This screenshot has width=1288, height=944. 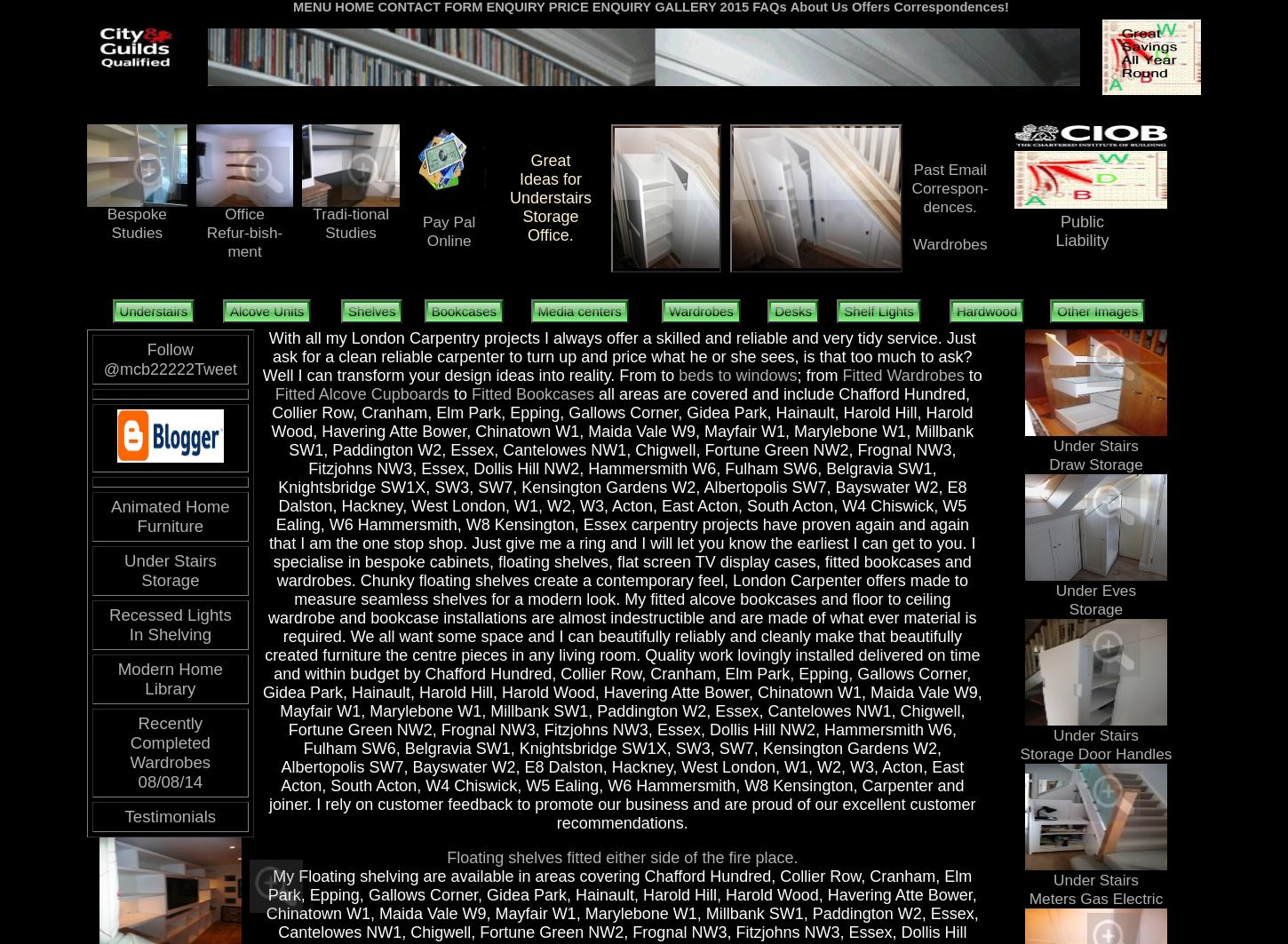 I want to click on 'Office.', so click(x=528, y=234).